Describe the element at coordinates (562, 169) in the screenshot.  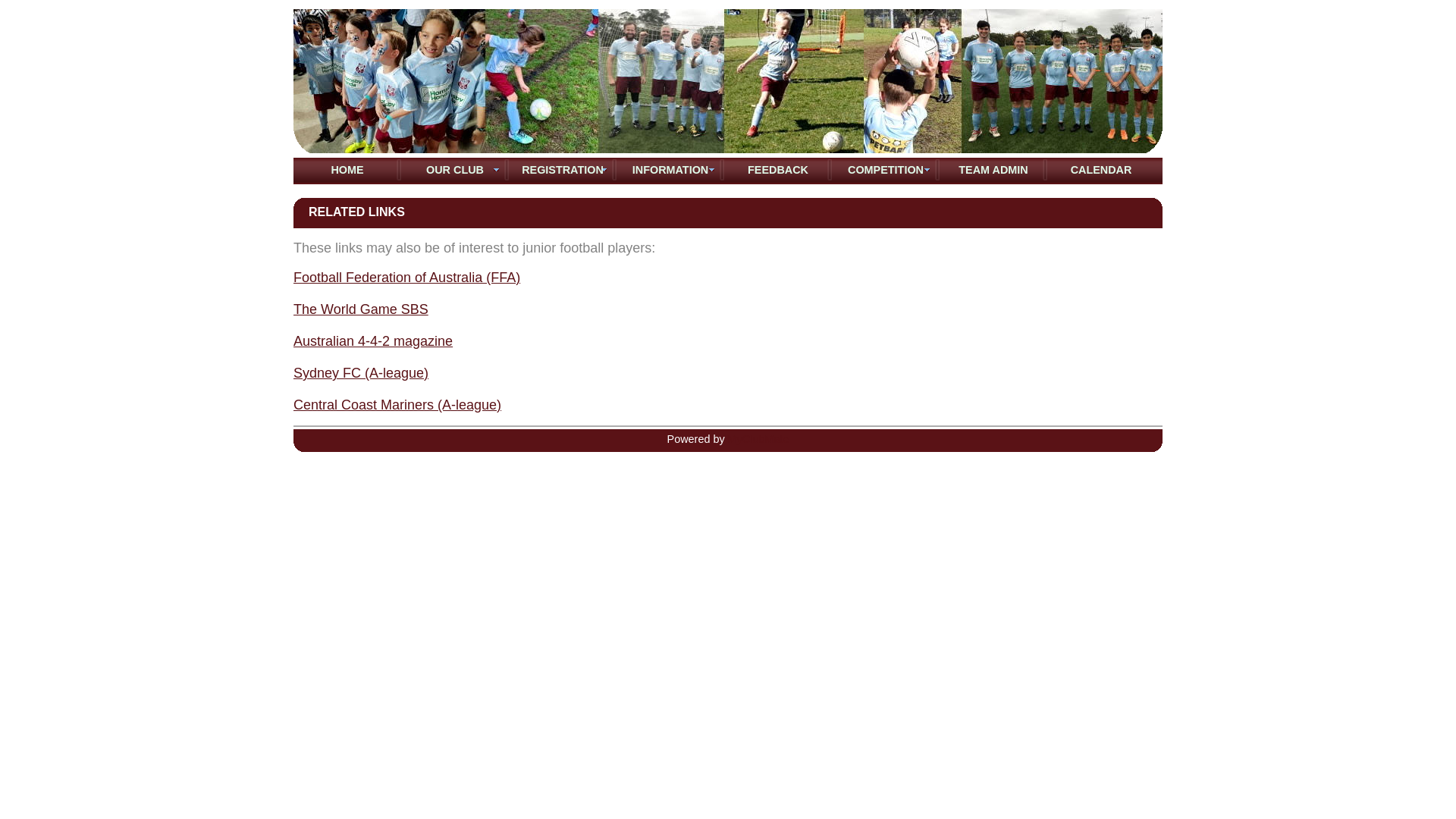
I see `'REGISTRATION'` at that location.